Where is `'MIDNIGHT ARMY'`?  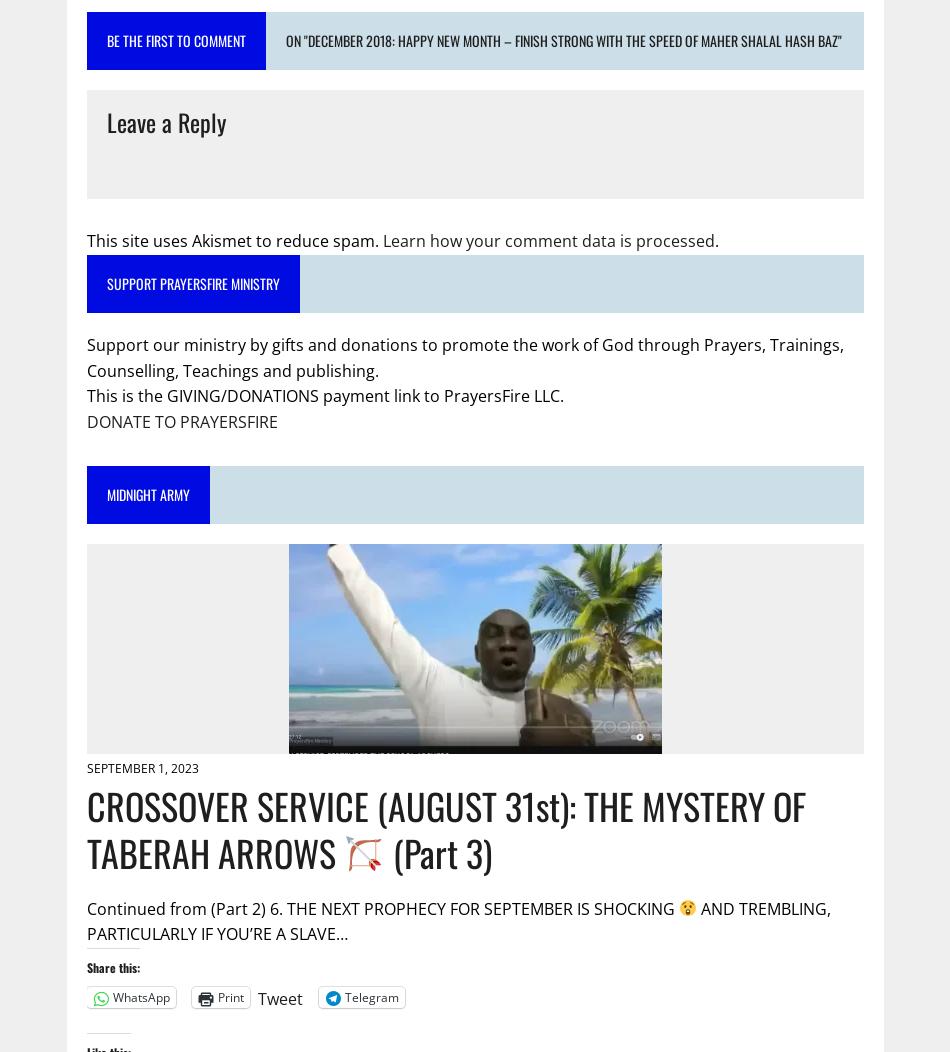
'MIDNIGHT ARMY' is located at coordinates (147, 492).